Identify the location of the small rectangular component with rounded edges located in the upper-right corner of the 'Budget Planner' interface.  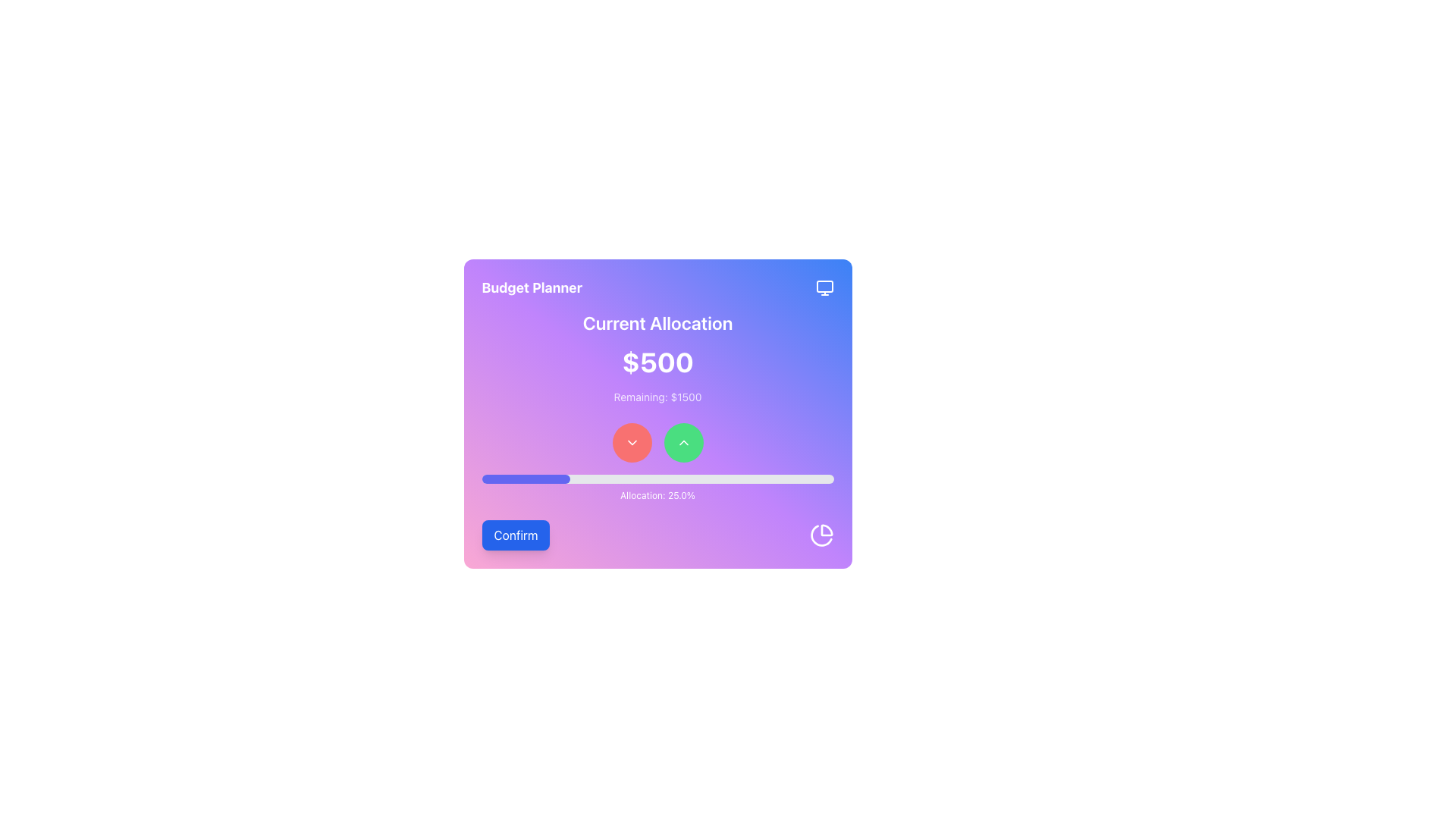
(824, 287).